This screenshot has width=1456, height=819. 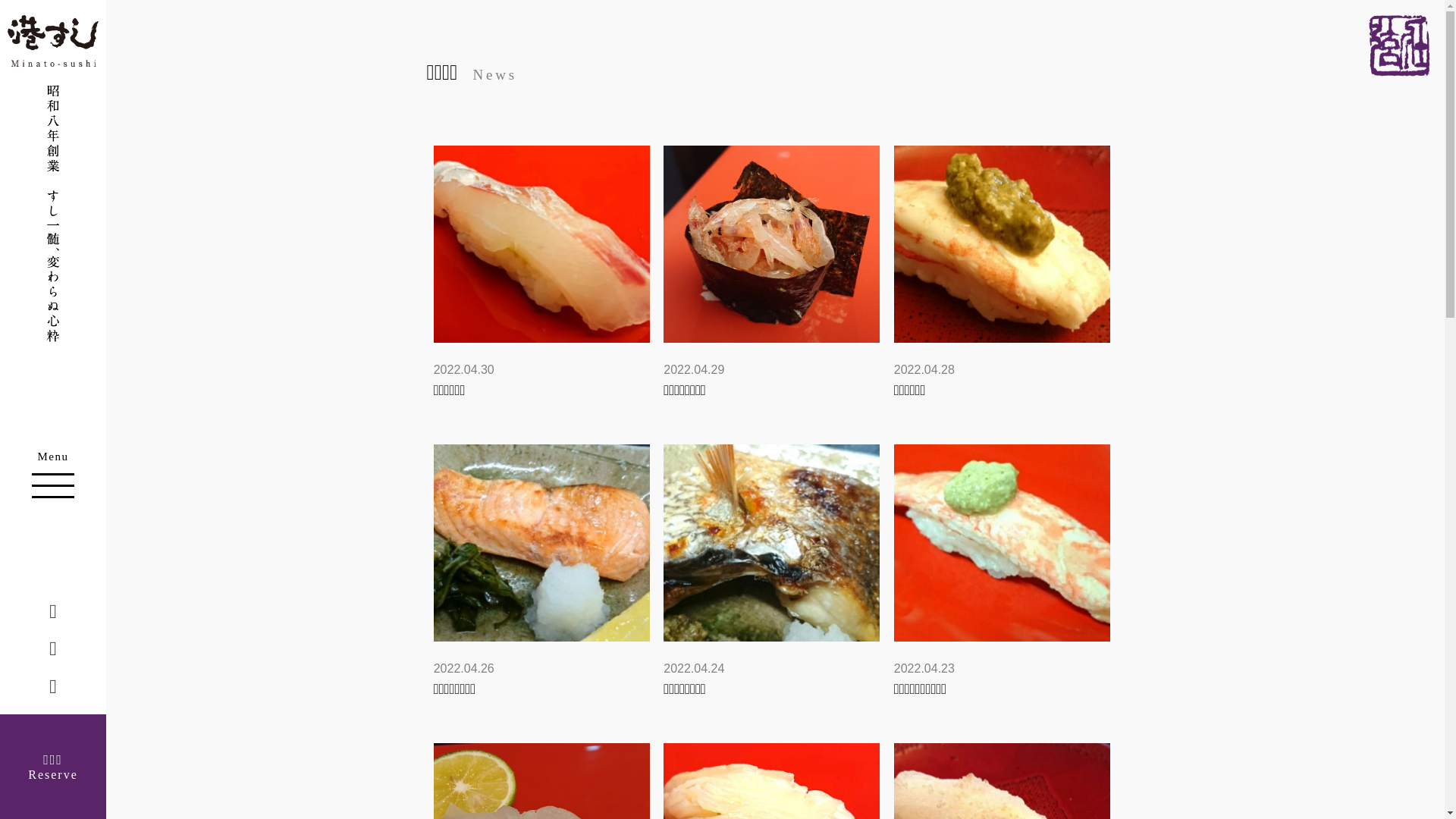 I want to click on 'Menu', so click(x=53, y=472).